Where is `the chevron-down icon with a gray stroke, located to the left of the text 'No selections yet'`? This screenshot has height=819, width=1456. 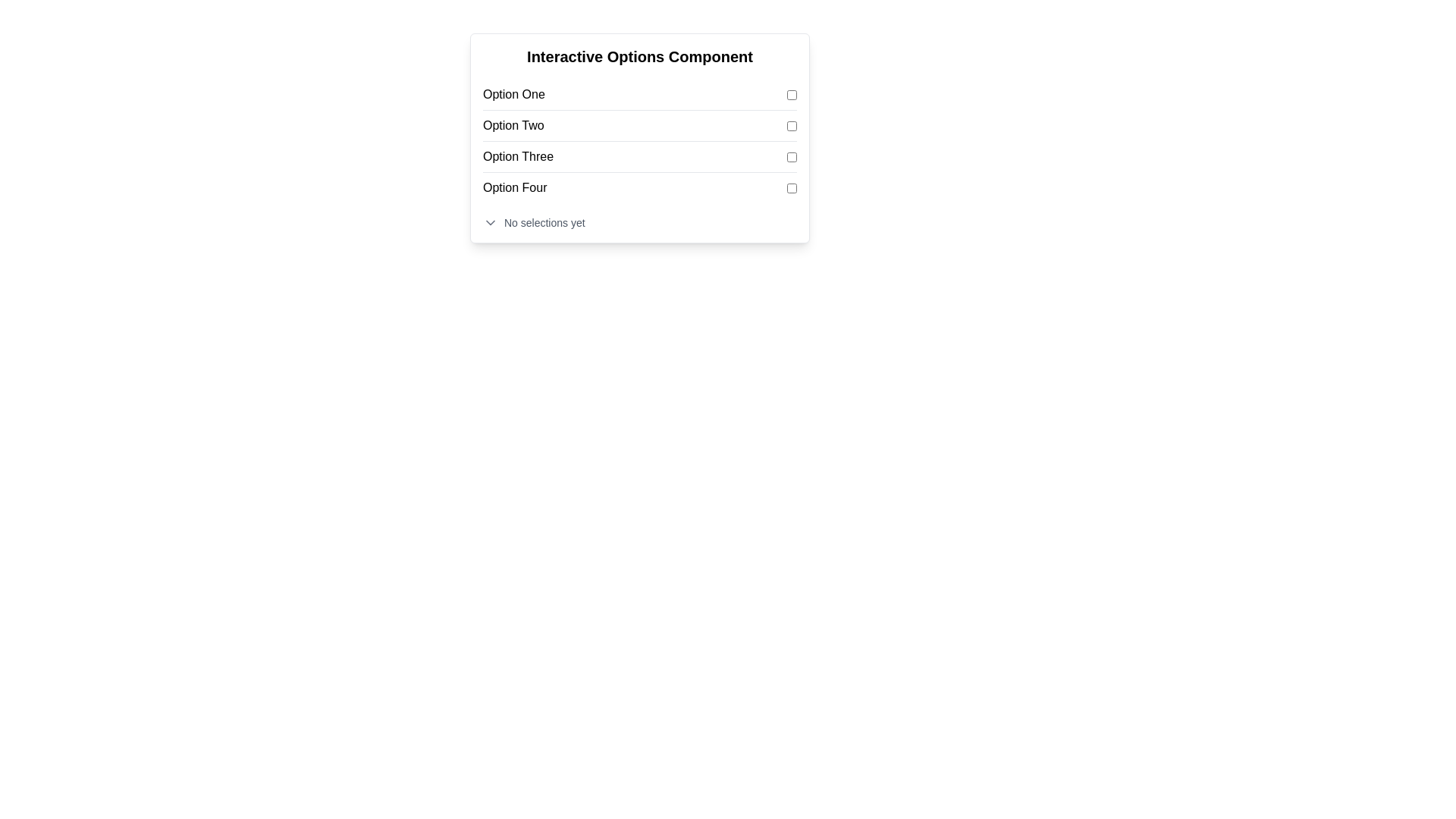
the chevron-down icon with a gray stroke, located to the left of the text 'No selections yet' is located at coordinates (491, 222).